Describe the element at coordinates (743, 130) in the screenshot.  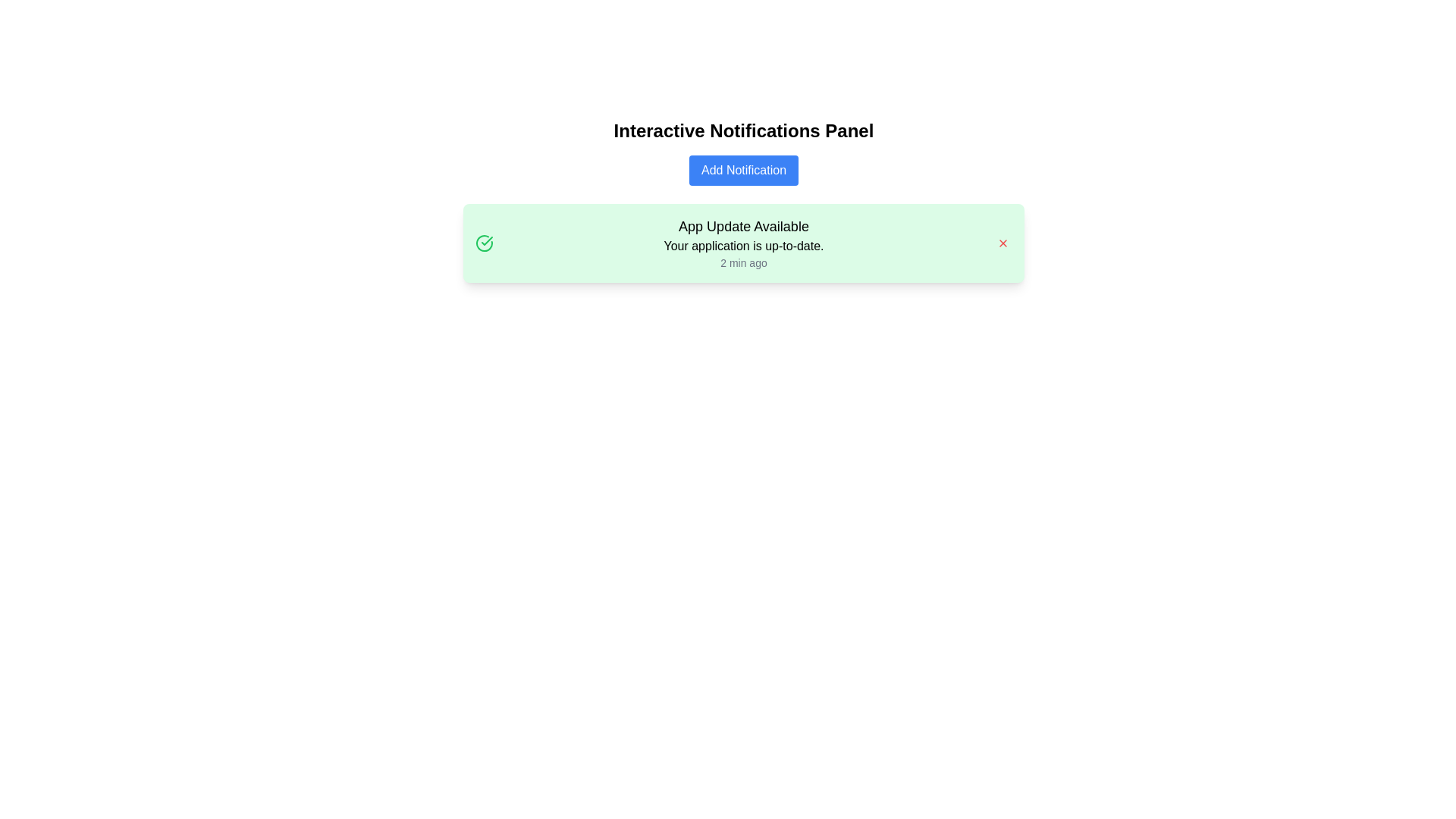
I see `displayed text from the horizontal text header titled 'Interactive Notifications Panel', which is positioned at the top of the notification interface` at that location.